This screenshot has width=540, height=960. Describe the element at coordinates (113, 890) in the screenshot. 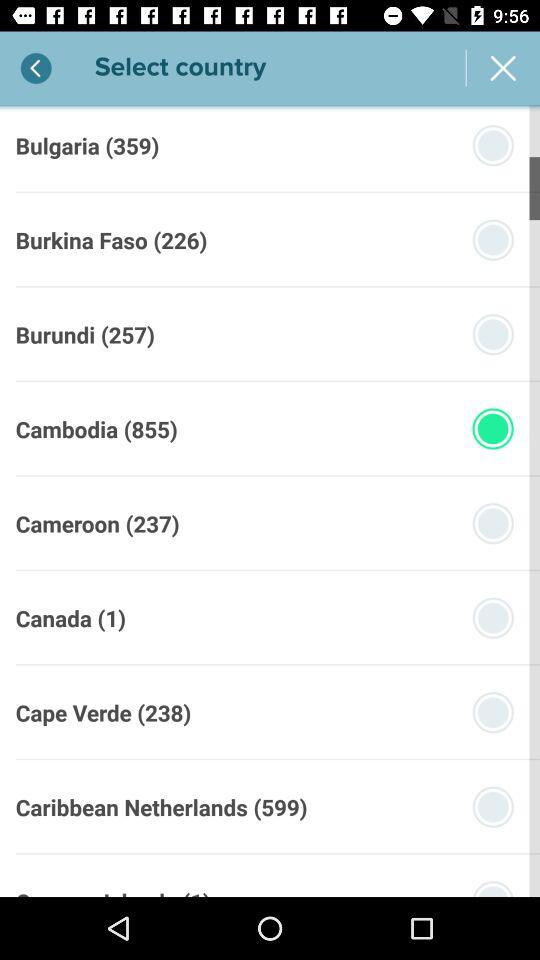

I see `cayman islands (1)` at that location.